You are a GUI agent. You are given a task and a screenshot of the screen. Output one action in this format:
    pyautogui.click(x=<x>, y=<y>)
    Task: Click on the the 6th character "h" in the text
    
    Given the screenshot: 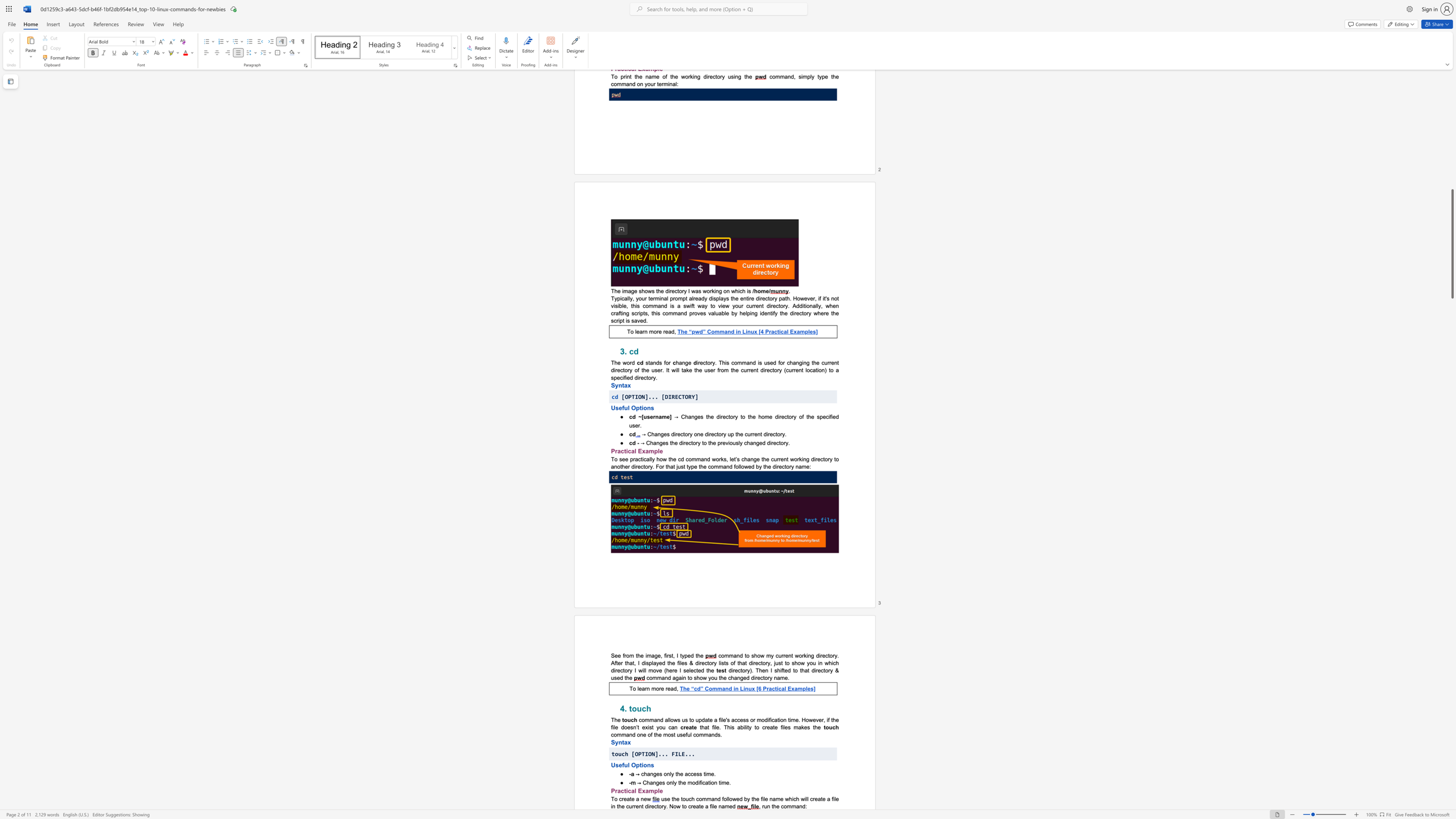 What is the action you would take?
    pyautogui.click(x=619, y=806)
    